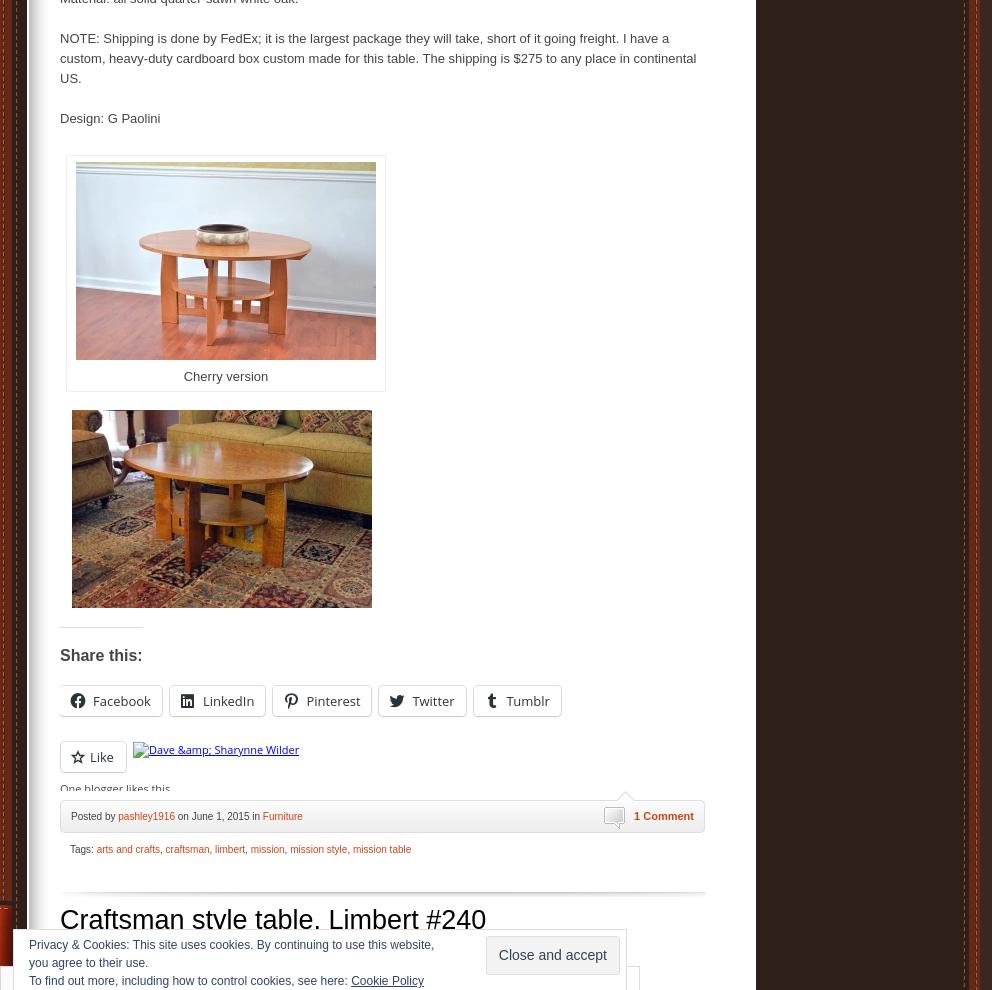  What do you see at coordinates (185, 848) in the screenshot?
I see `'craftsman'` at bounding box center [185, 848].